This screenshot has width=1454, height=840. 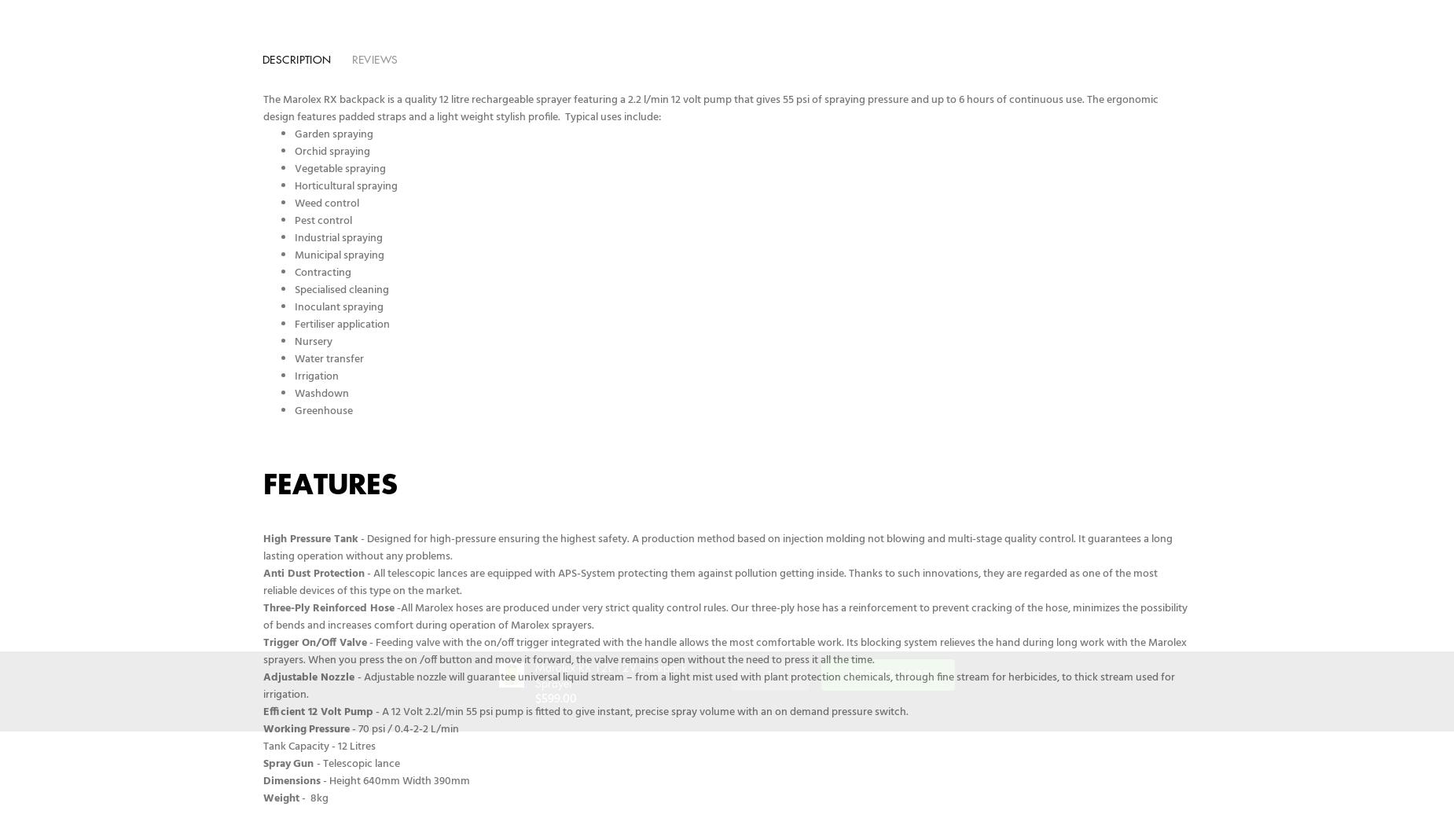 I want to click on 'All Marolex hoses are produced under very strict quality control rules. Our three-ply hose has a reinforcement to prevent cracking of the hose, minimizes the possibility of bends and increases comfort during operation of Marolex sprayers.', so click(x=725, y=617).